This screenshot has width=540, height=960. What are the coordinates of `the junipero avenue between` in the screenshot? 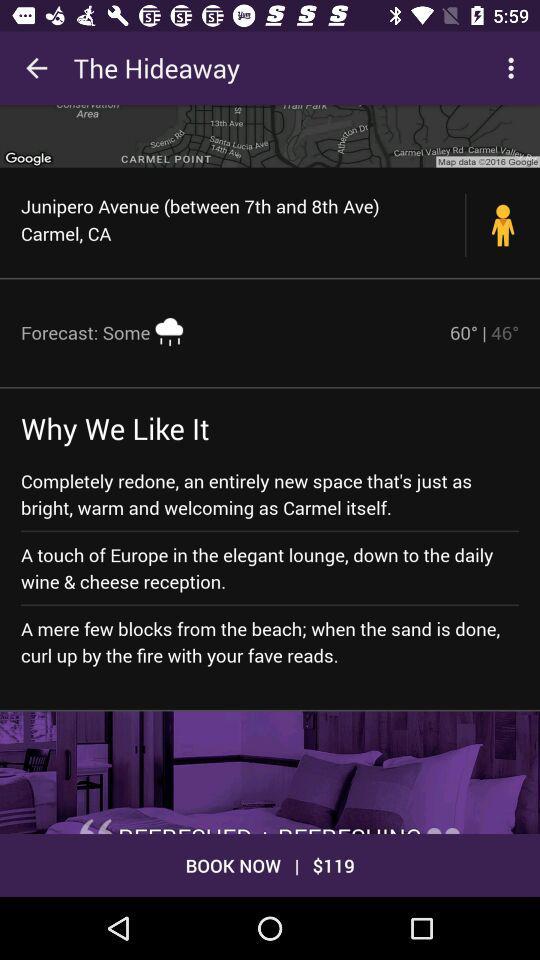 It's located at (243, 219).